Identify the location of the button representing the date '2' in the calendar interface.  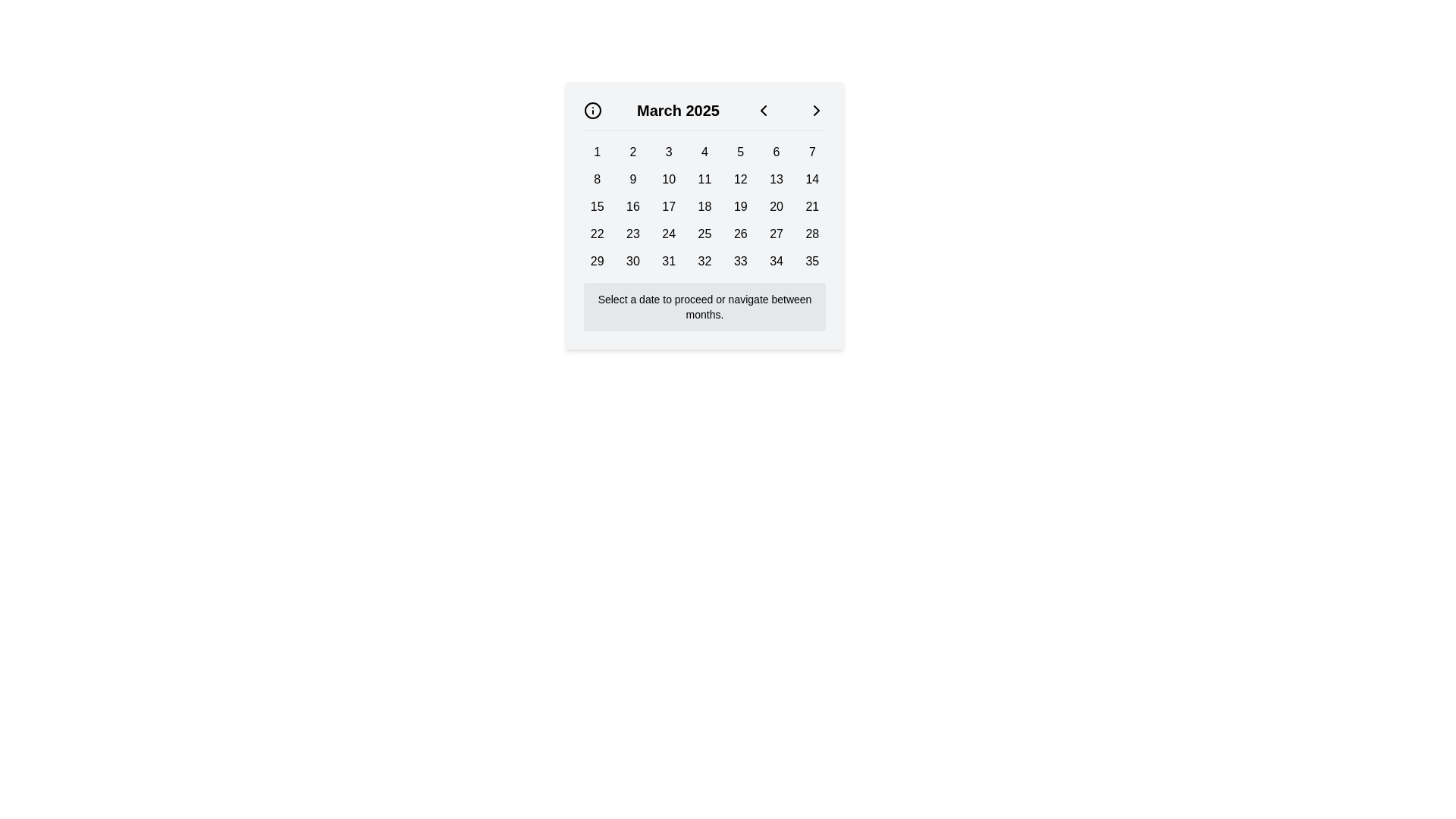
(633, 152).